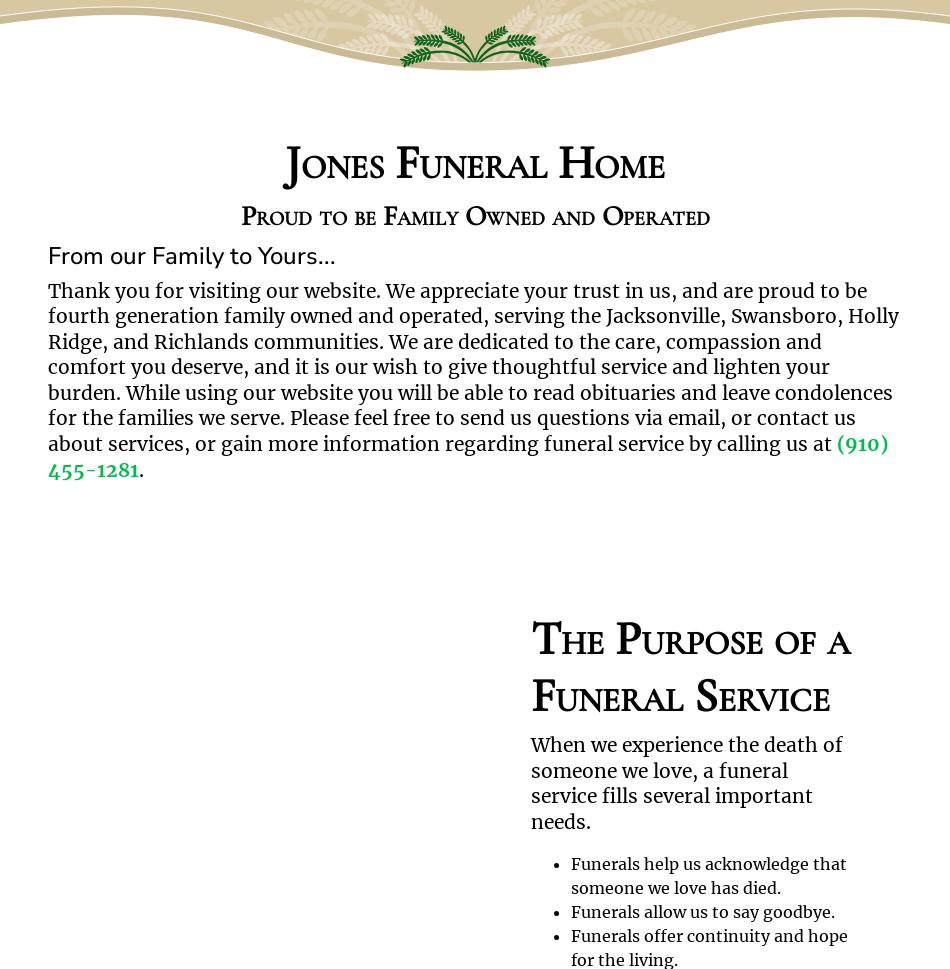 This screenshot has height=969, width=950. Describe the element at coordinates (571, 874) in the screenshot. I see `'Funerals help us acknowledge that someone we love has died.'` at that location.